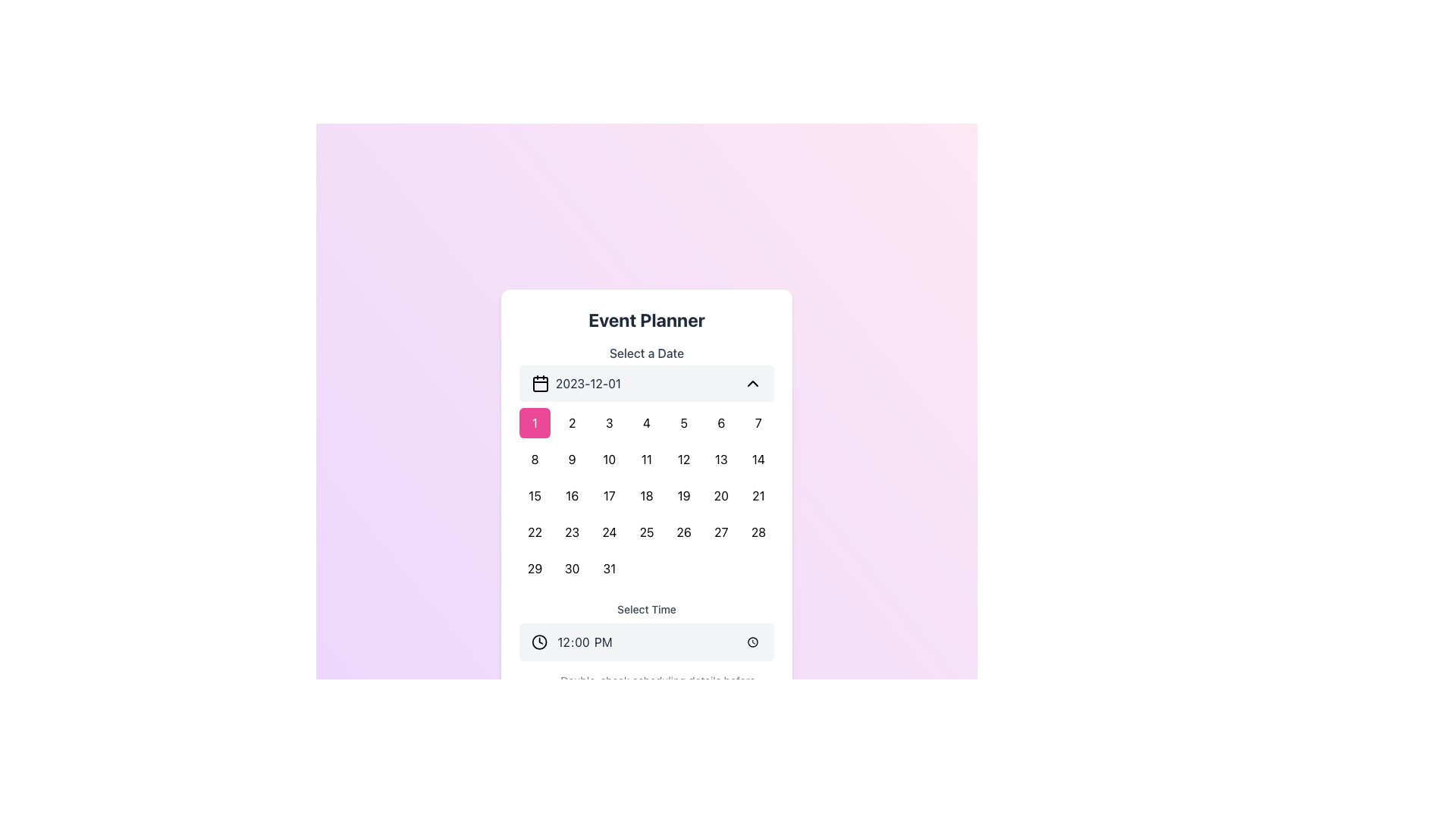  Describe the element at coordinates (647, 458) in the screenshot. I see `the button representing the 11th day in the calendar, located in the middle row, fourth column of the calendar grid to trigger the hover effect` at that location.